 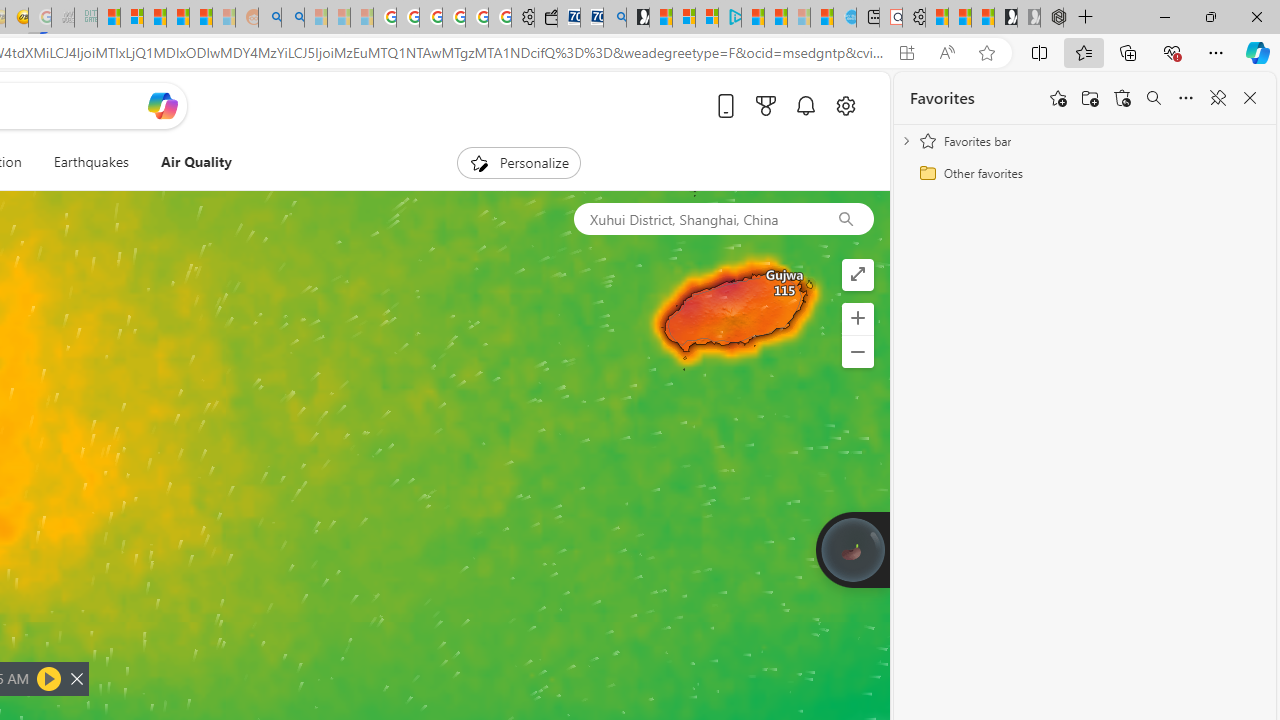 What do you see at coordinates (200, 17) in the screenshot?
I see `'Student Loan Update: Forgiveness Program Ends This Month'` at bounding box center [200, 17].